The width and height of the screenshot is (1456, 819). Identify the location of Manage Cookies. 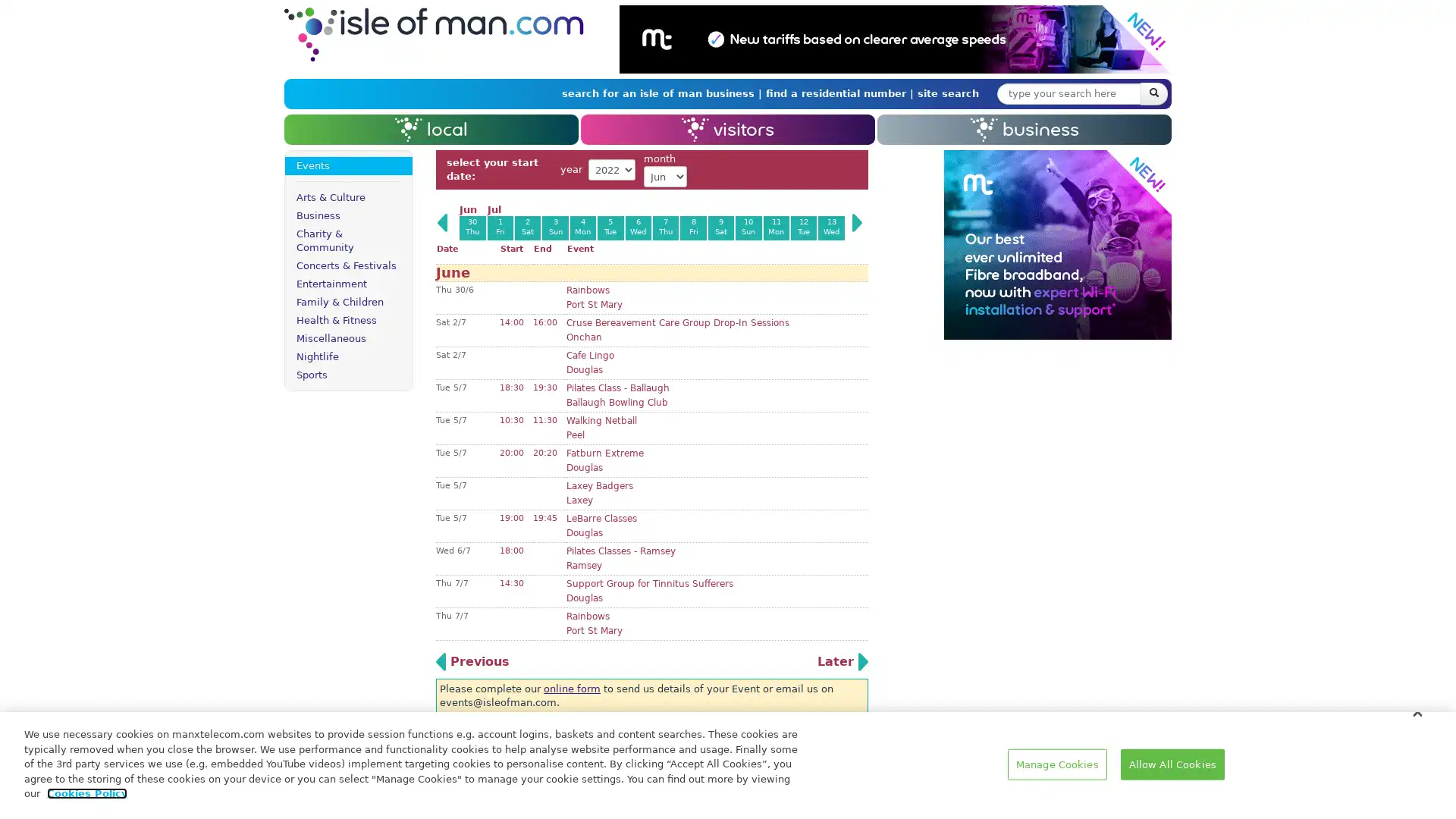
(1056, 764).